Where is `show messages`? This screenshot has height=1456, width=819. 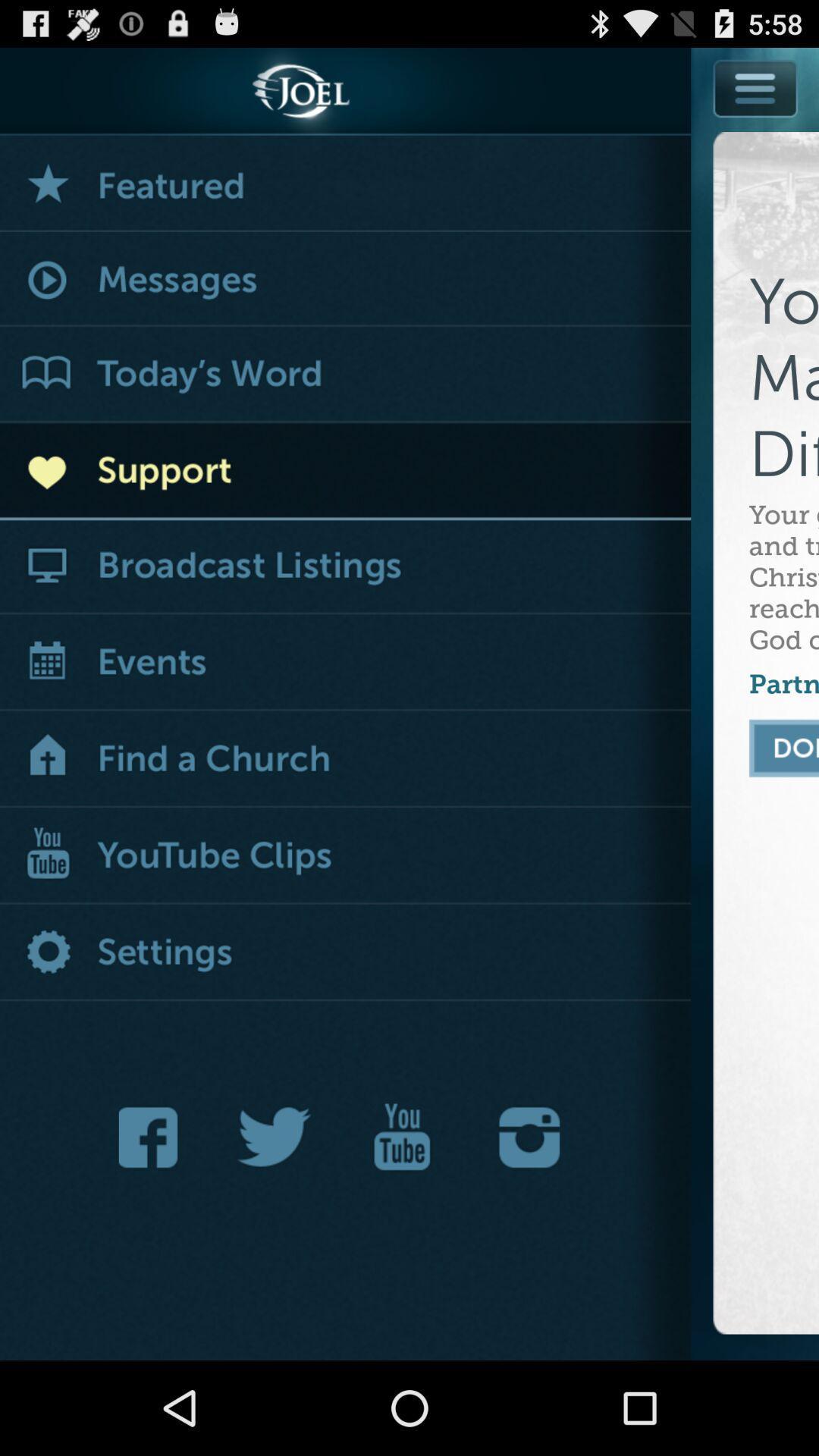
show messages is located at coordinates (345, 280).